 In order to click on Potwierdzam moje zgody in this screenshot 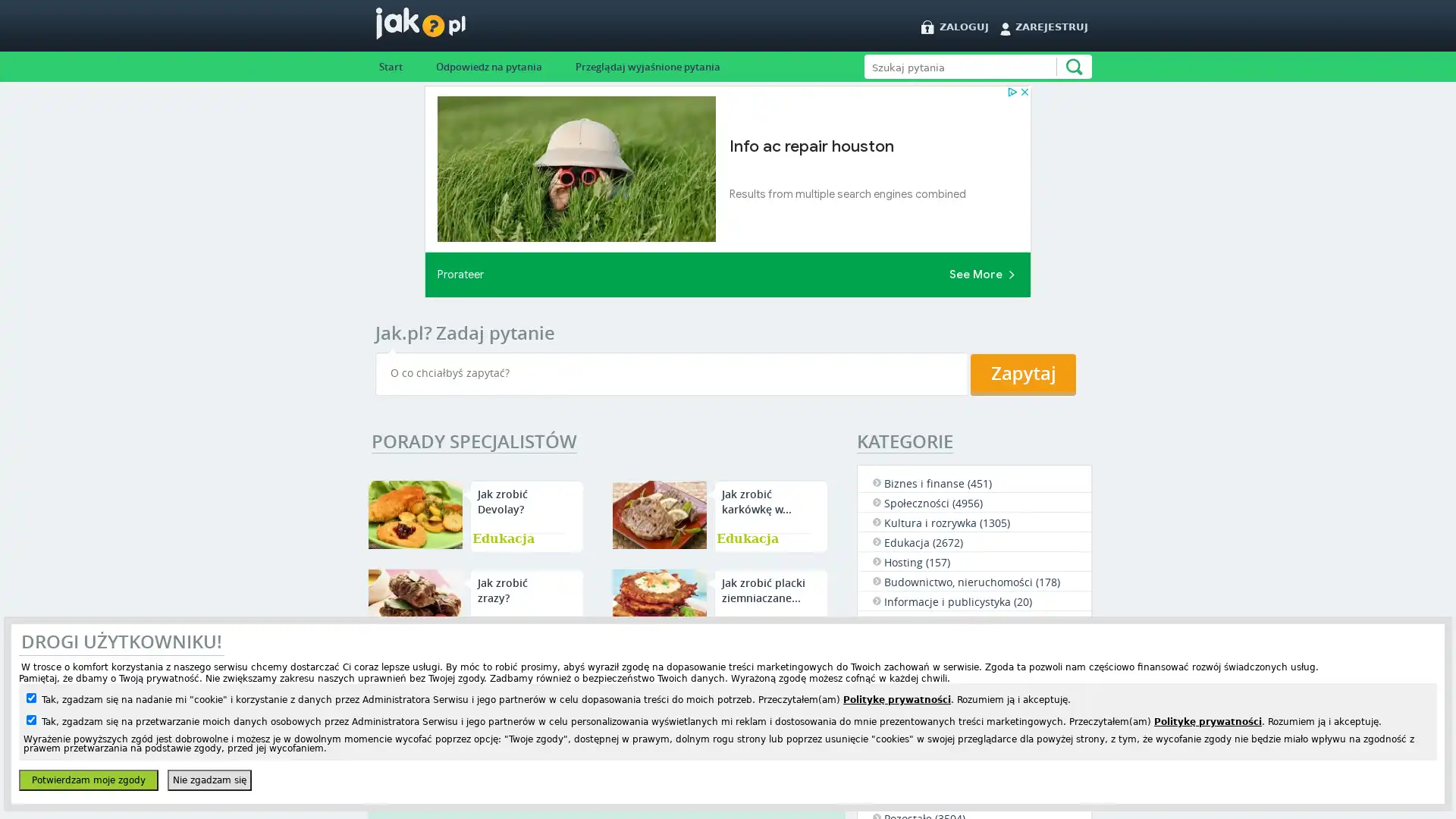, I will do `click(87, 780)`.